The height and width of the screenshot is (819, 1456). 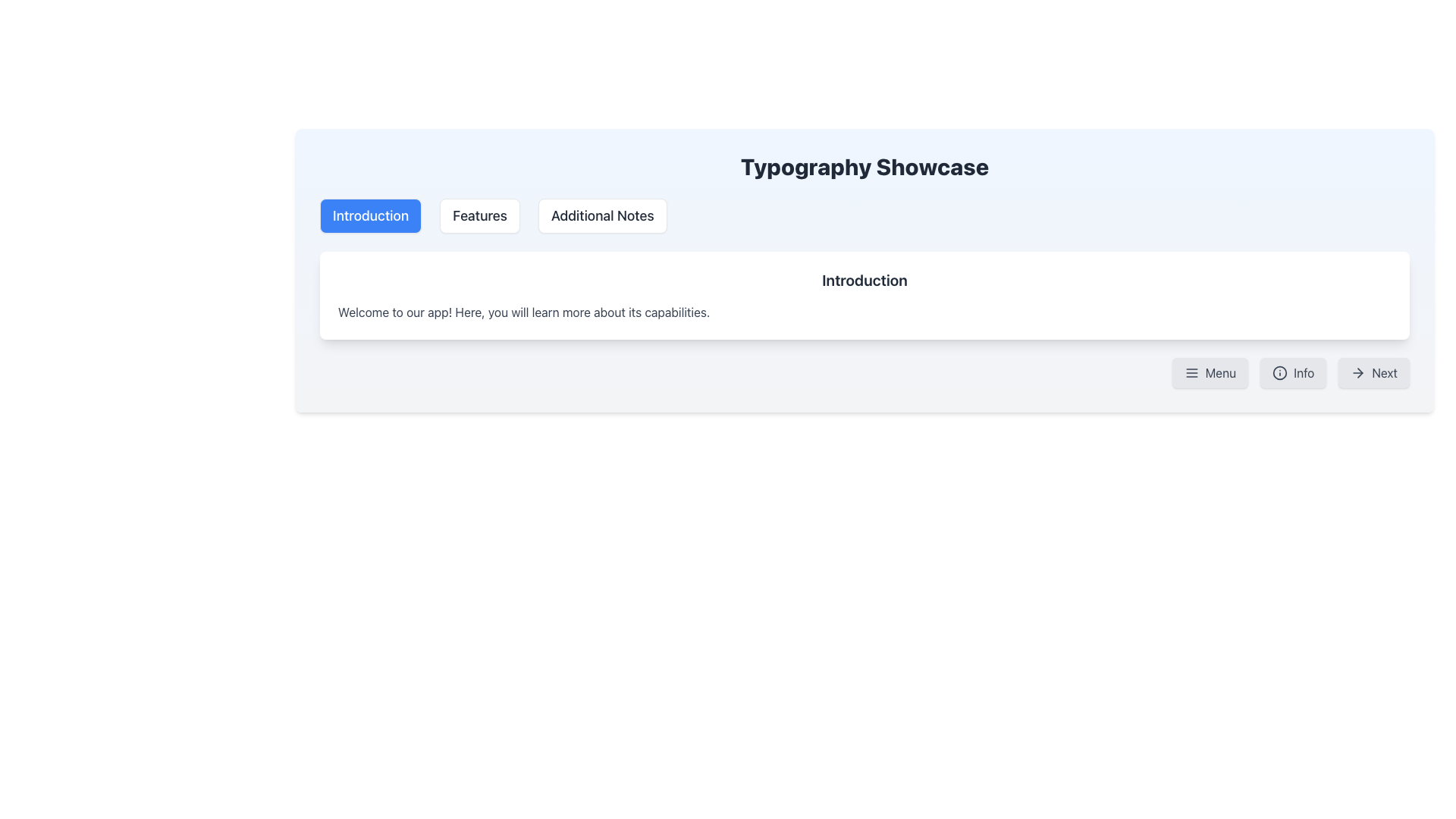 What do you see at coordinates (601, 216) in the screenshot?
I see `the 'Additional Notes' button` at bounding box center [601, 216].